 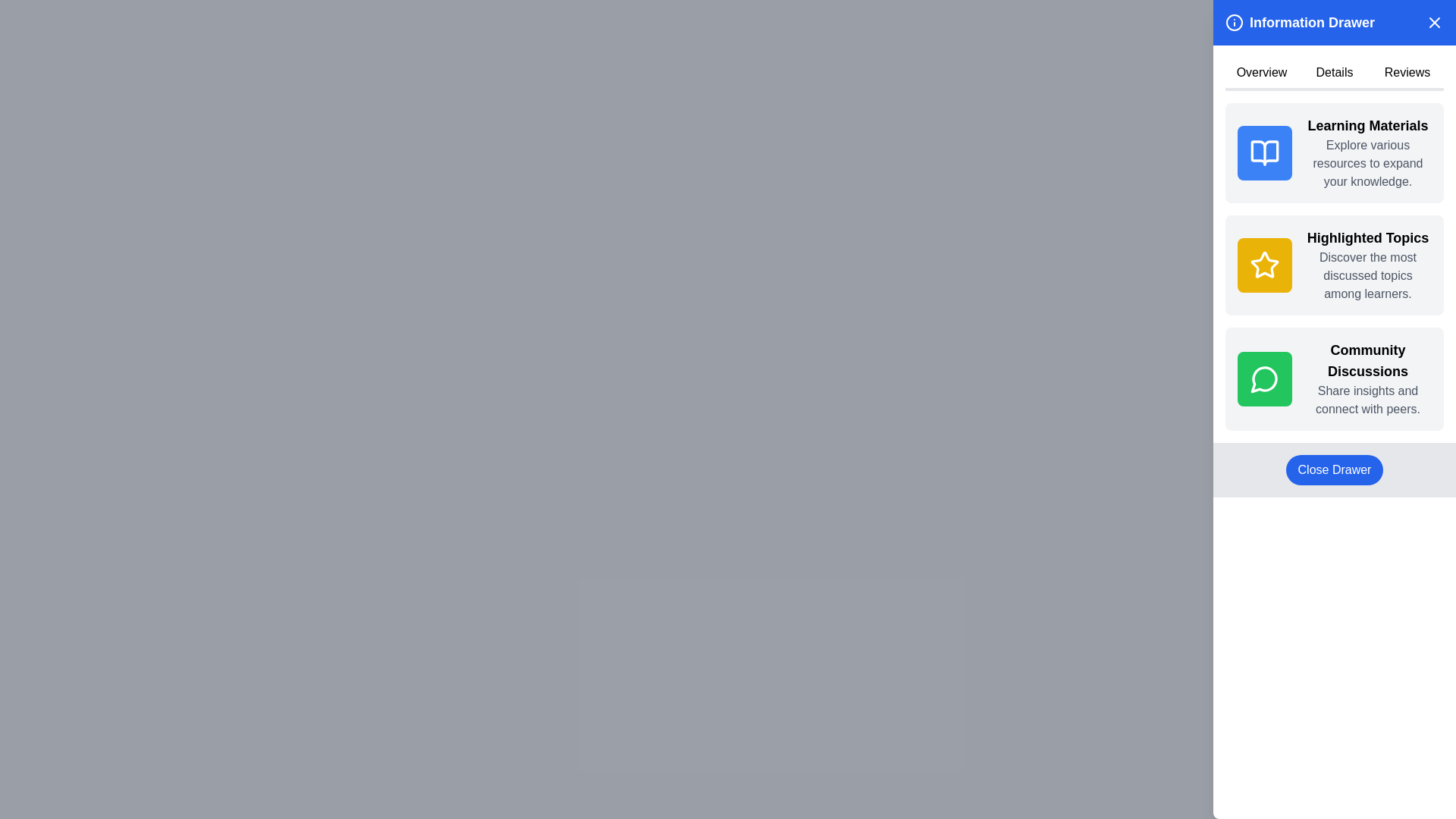 What do you see at coordinates (1335, 74) in the screenshot?
I see `the 'Overview' tab in the Horizontal Tab Navigation Bar` at bounding box center [1335, 74].